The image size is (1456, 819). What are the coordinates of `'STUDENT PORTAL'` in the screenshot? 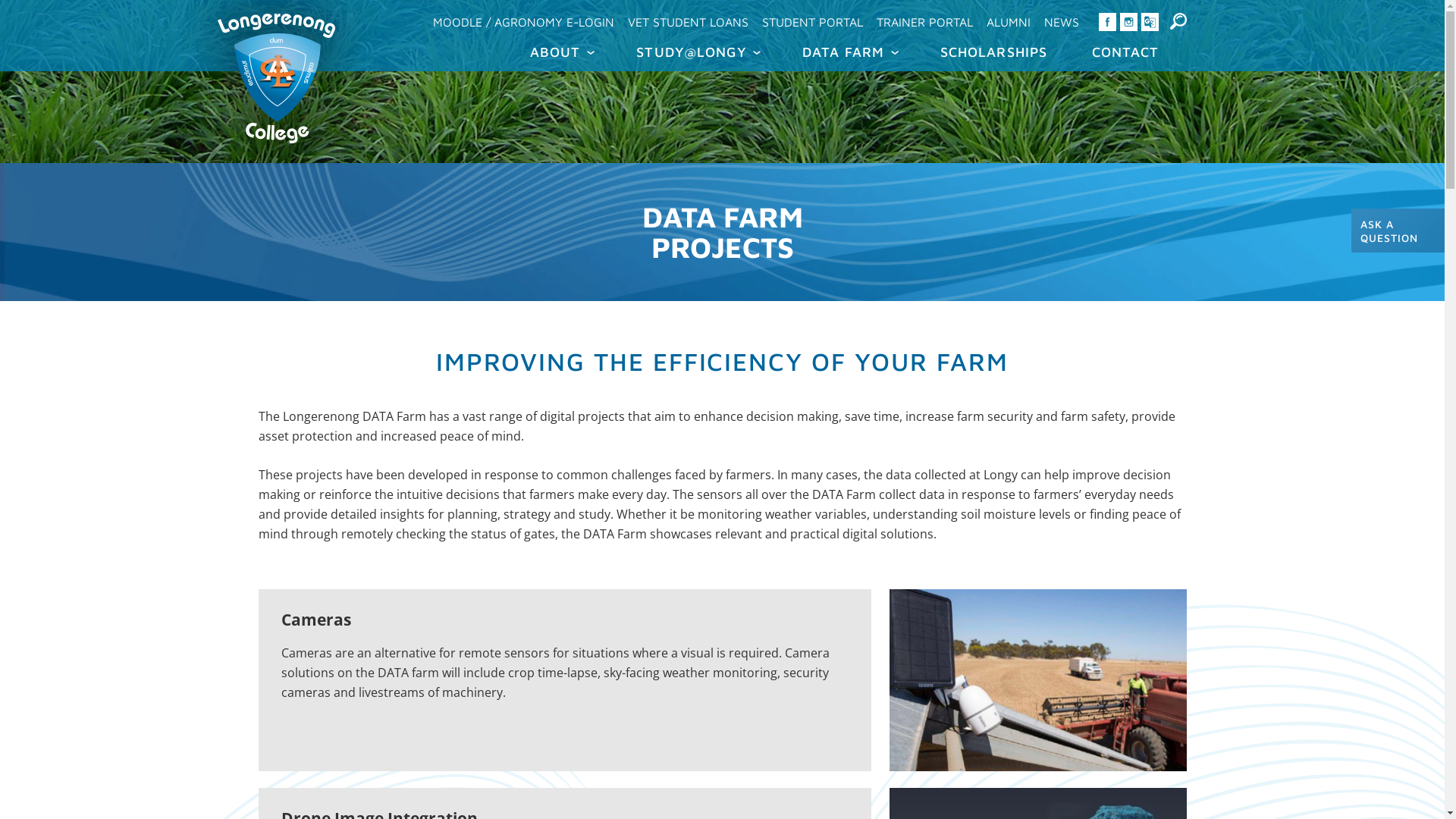 It's located at (811, 22).